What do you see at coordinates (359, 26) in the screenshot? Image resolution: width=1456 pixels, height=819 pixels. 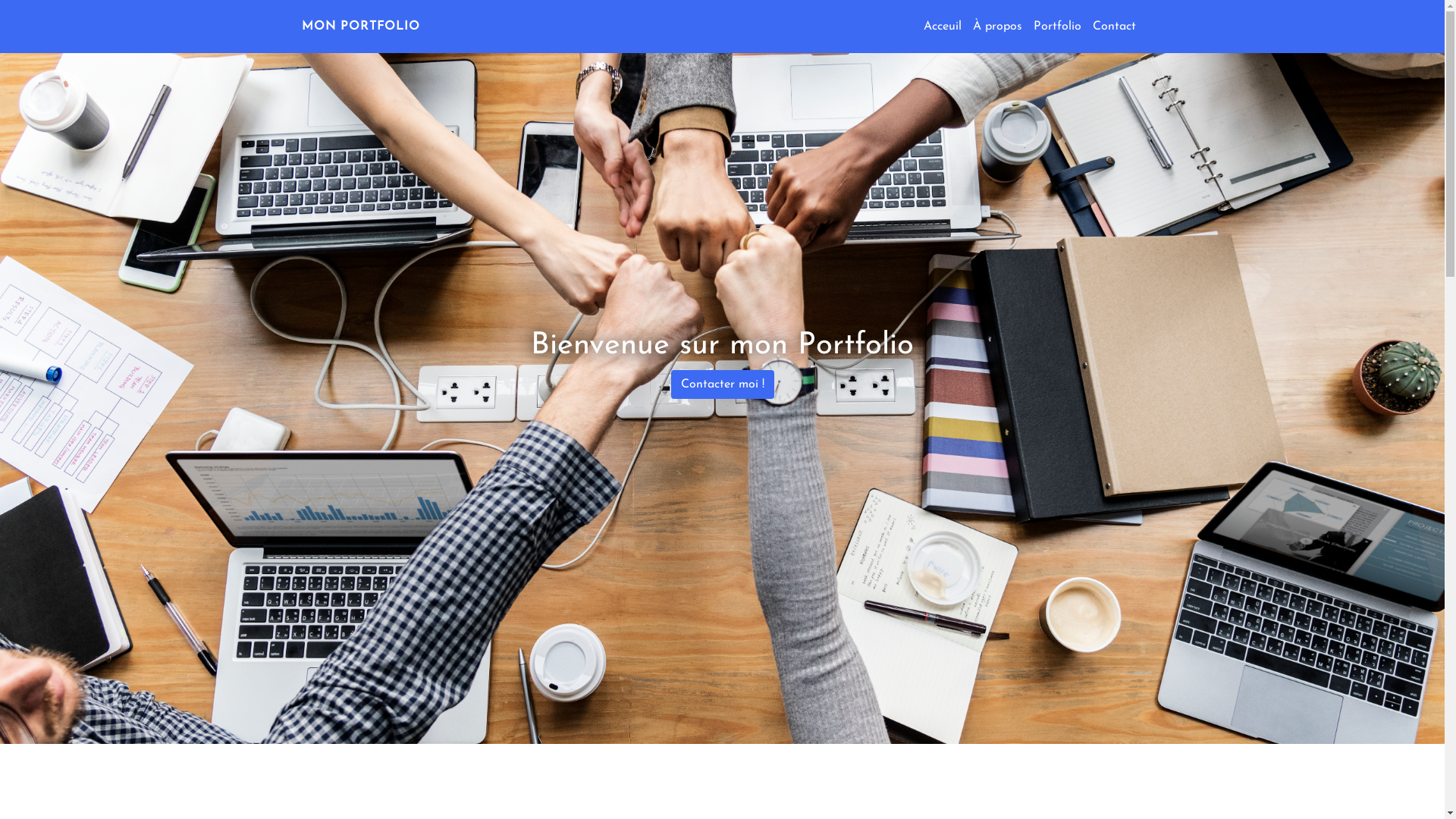 I see `'MON PORTFOLIO'` at bounding box center [359, 26].